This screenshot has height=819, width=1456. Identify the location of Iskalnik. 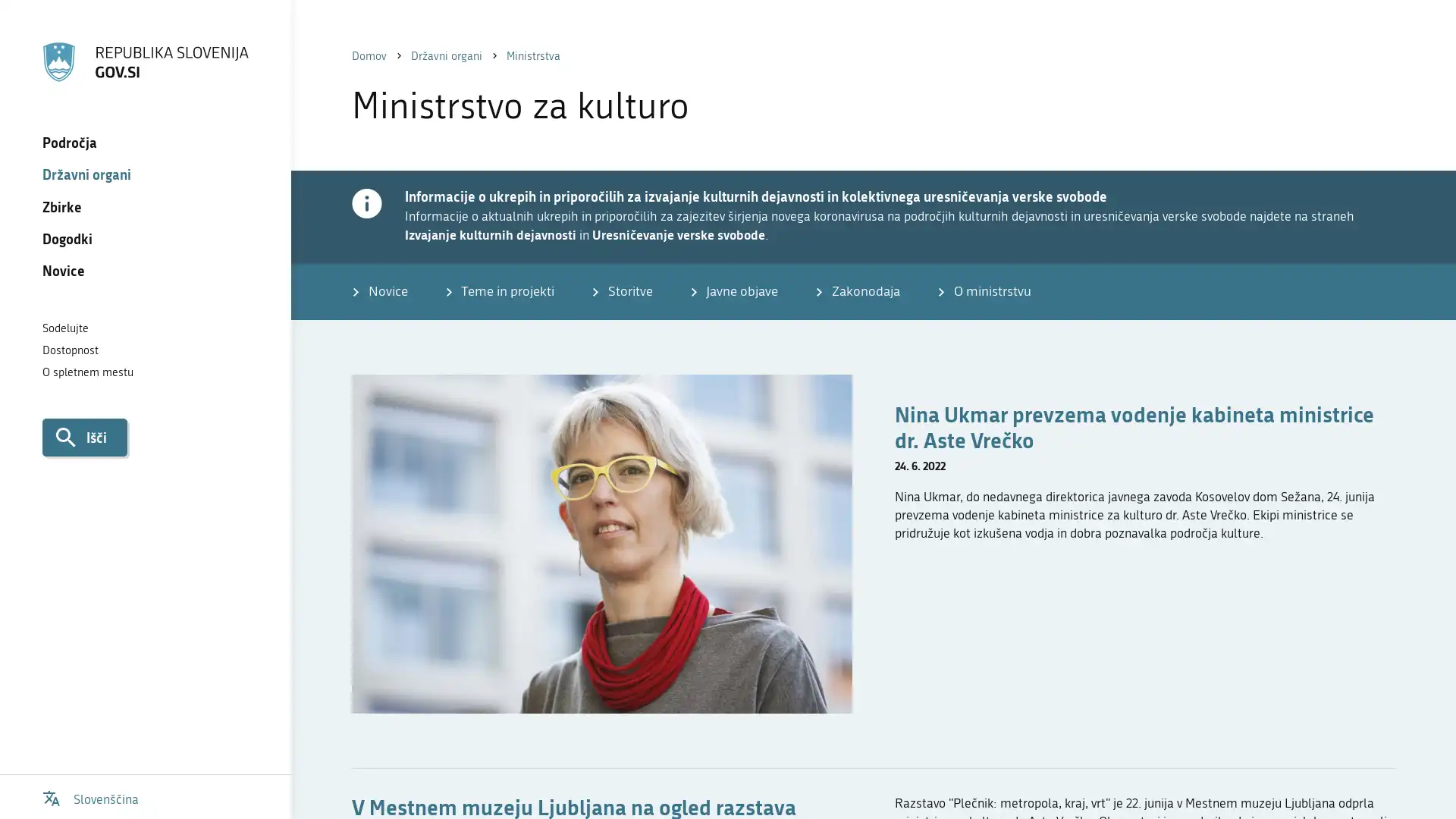
(83, 436).